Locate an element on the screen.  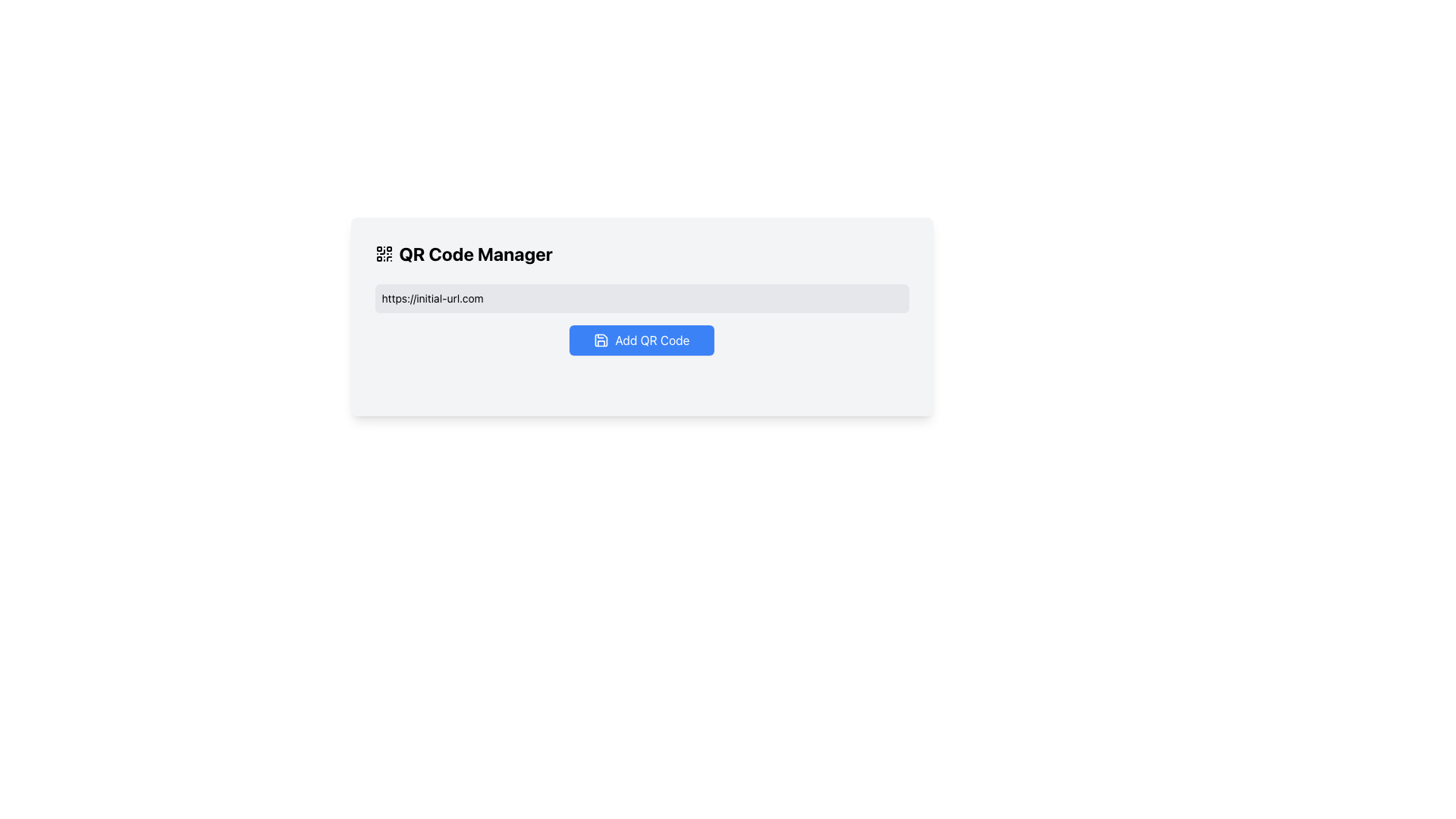
the Save icon within the blue 'Add QR Code' button to initiate the QR code saving action is located at coordinates (601, 339).